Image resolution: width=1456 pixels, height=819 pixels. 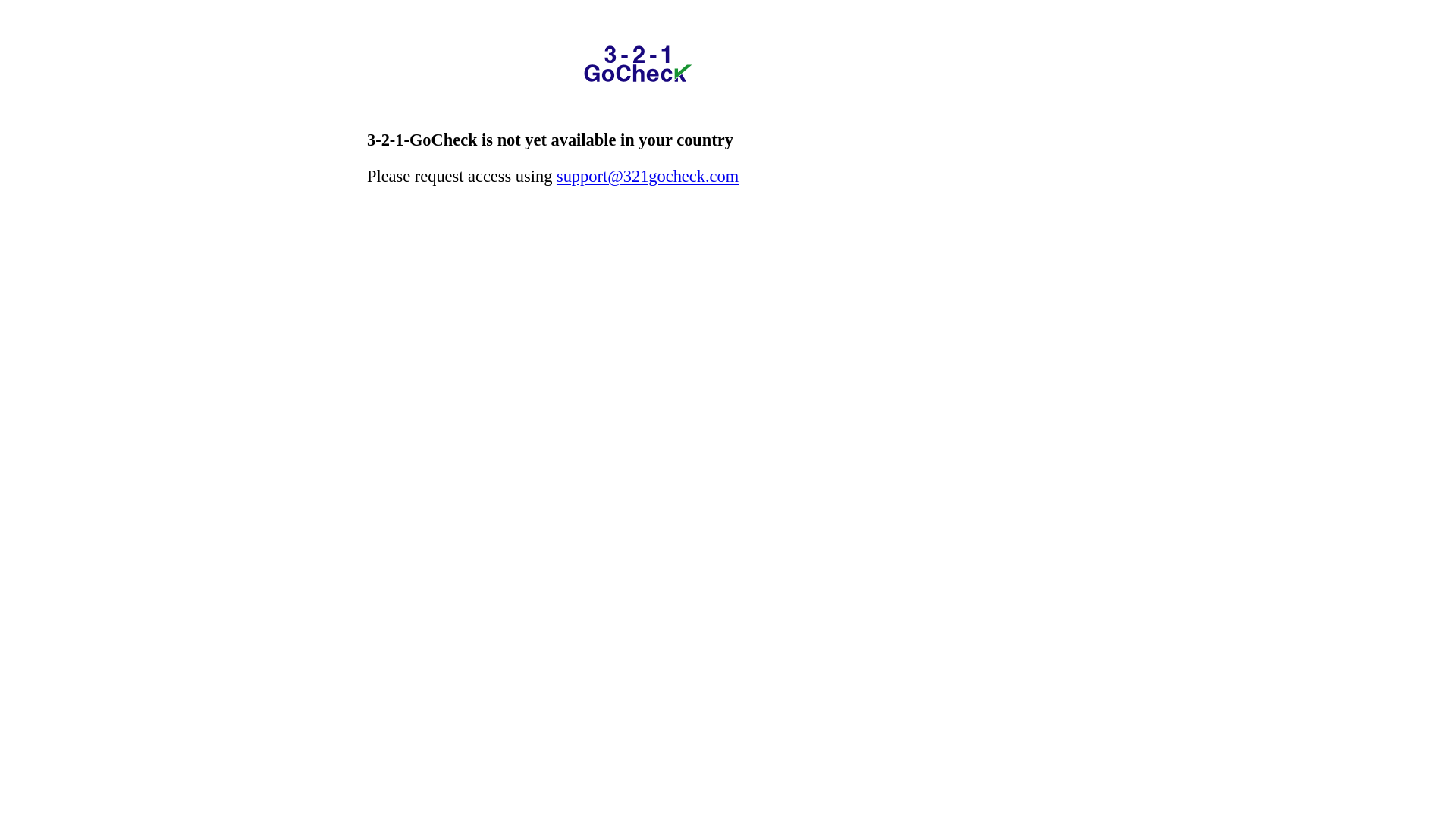 What do you see at coordinates (648, 175) in the screenshot?
I see `'support@321gocheck.com'` at bounding box center [648, 175].